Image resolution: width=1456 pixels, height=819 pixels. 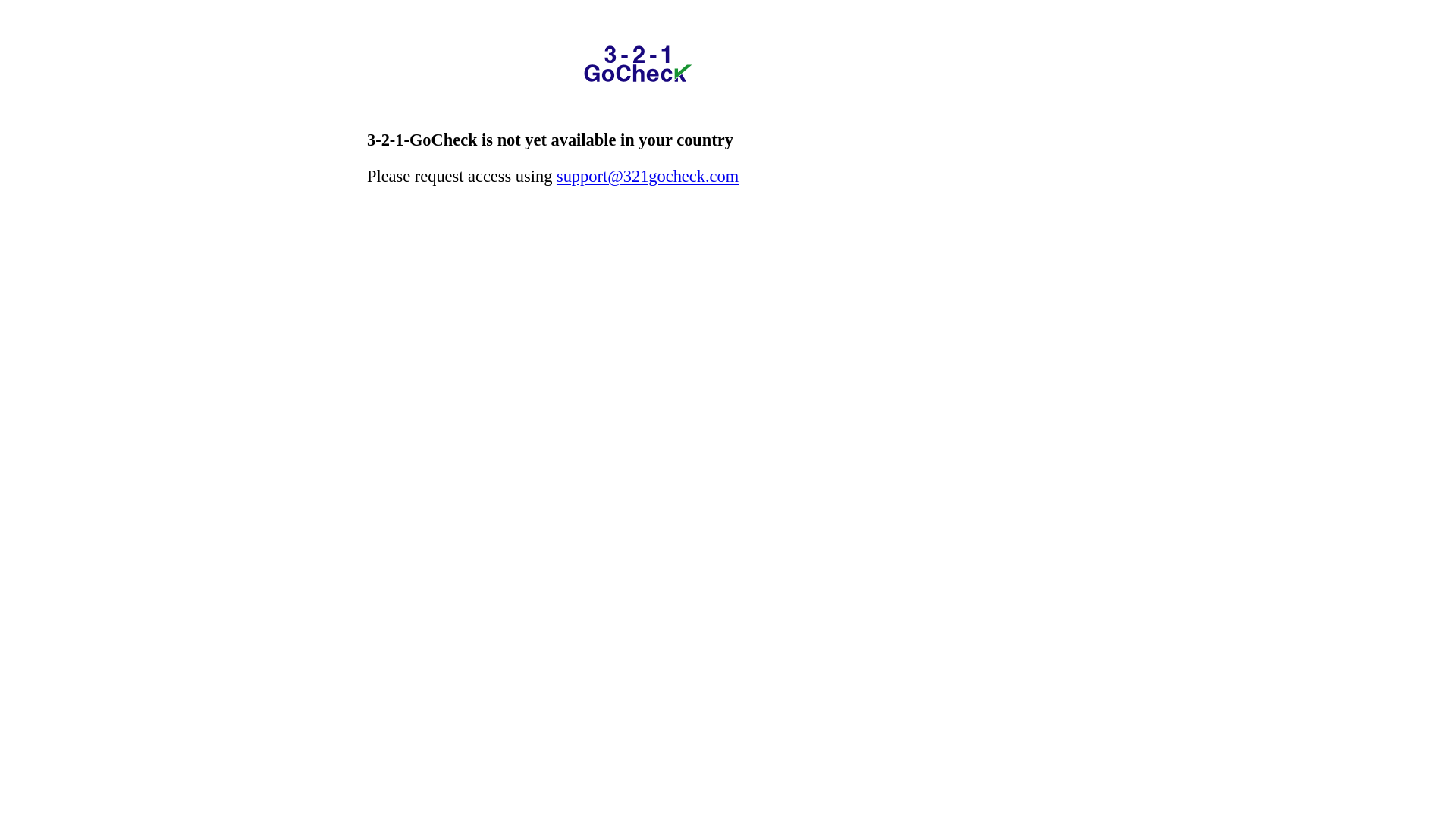 What do you see at coordinates (648, 175) in the screenshot?
I see `'support@321gocheck.com'` at bounding box center [648, 175].